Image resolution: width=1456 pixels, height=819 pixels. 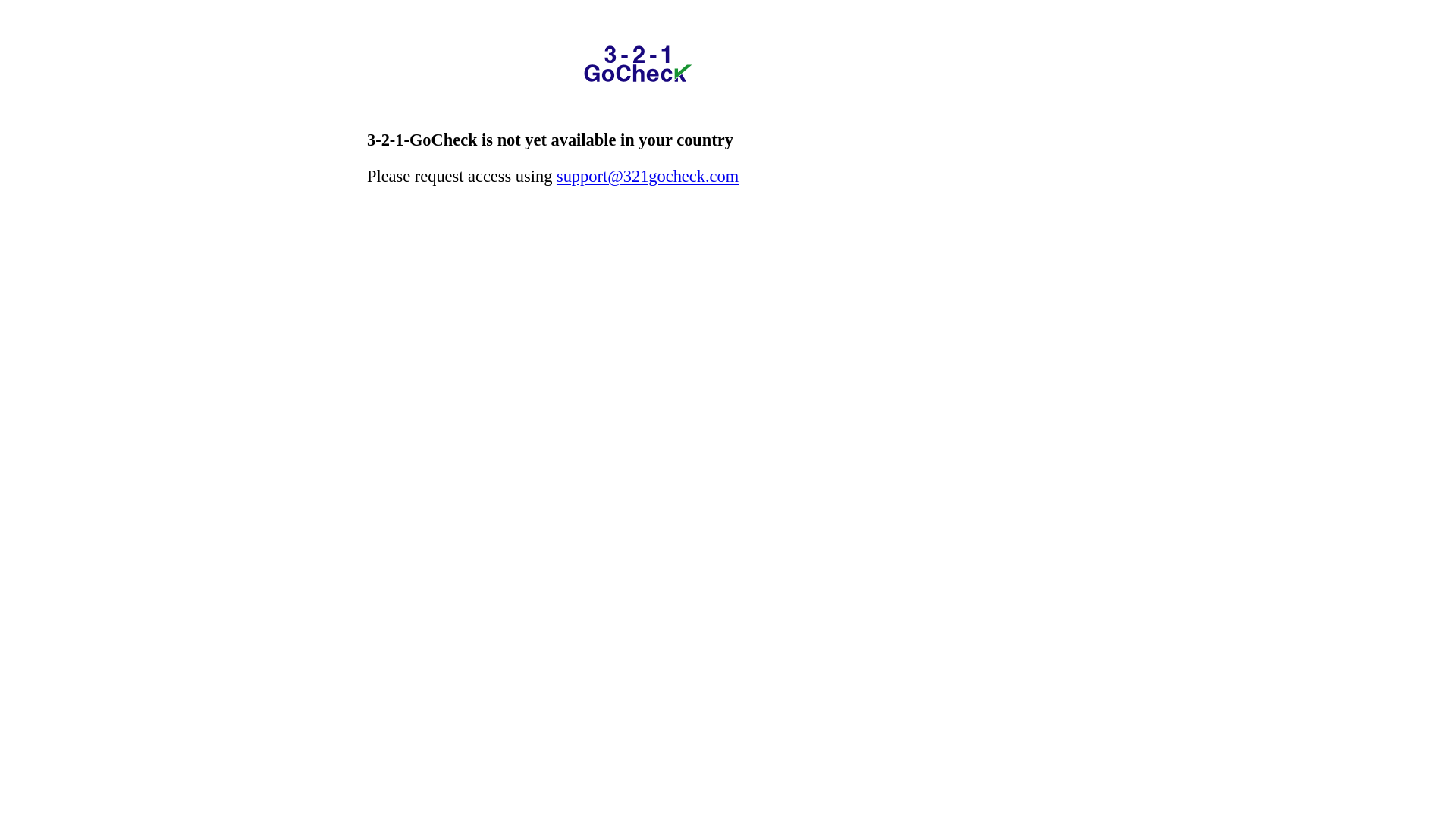 What do you see at coordinates (648, 175) in the screenshot?
I see `'support@321gocheck.com'` at bounding box center [648, 175].